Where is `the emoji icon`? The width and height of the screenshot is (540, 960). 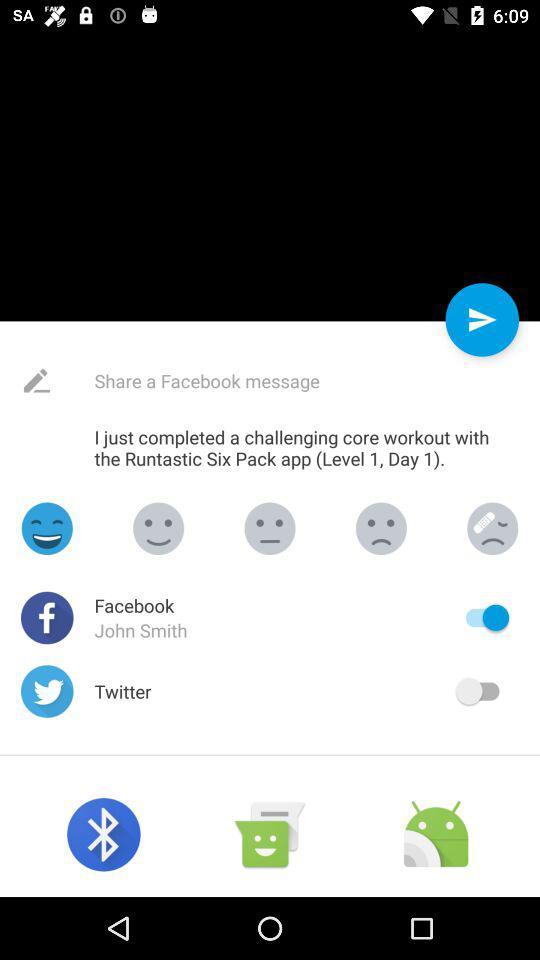
the emoji icon is located at coordinates (491, 527).